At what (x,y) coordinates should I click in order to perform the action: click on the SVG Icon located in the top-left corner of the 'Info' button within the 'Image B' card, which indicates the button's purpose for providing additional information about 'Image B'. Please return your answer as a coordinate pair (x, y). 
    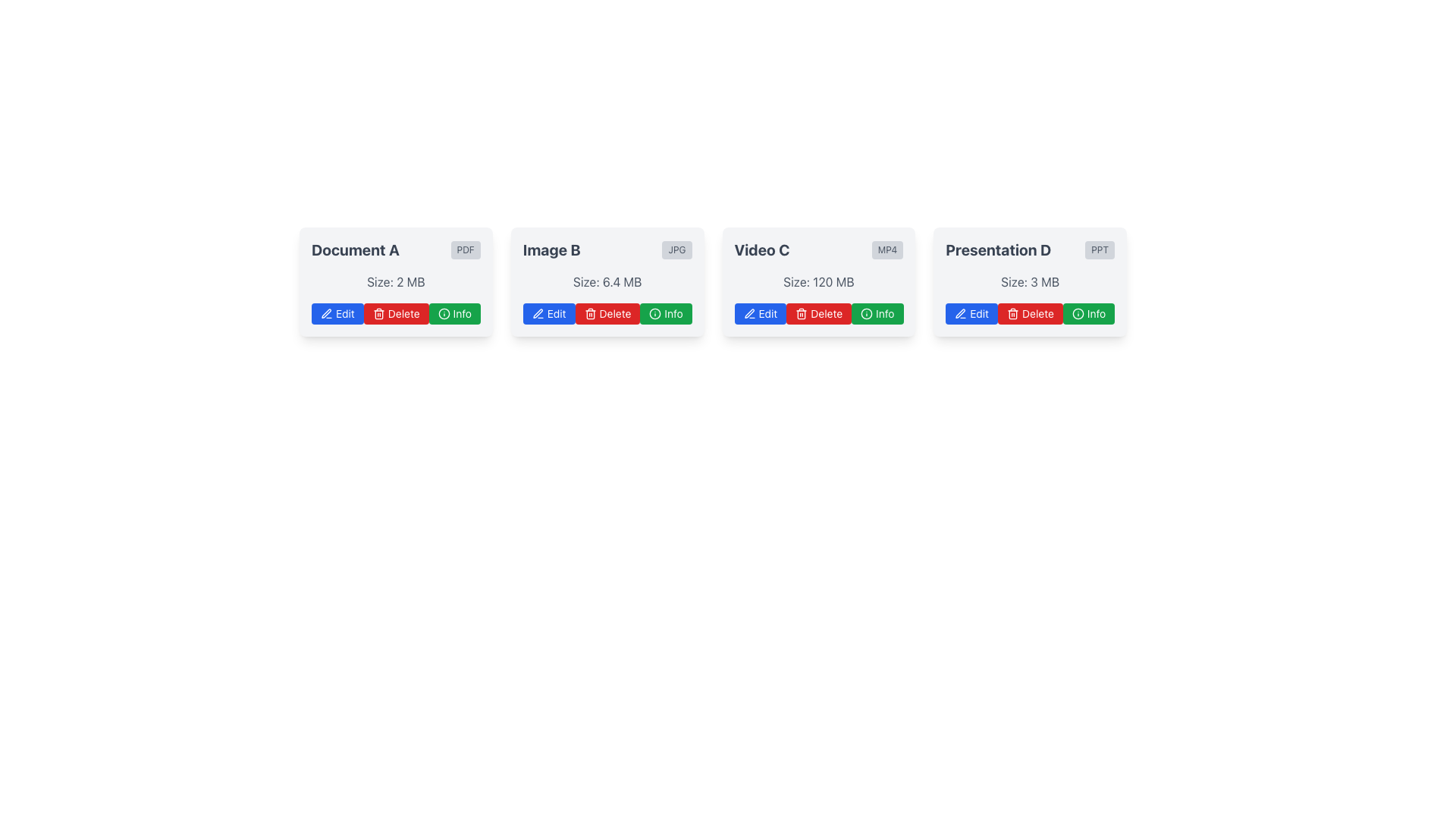
    Looking at the image, I should click on (655, 312).